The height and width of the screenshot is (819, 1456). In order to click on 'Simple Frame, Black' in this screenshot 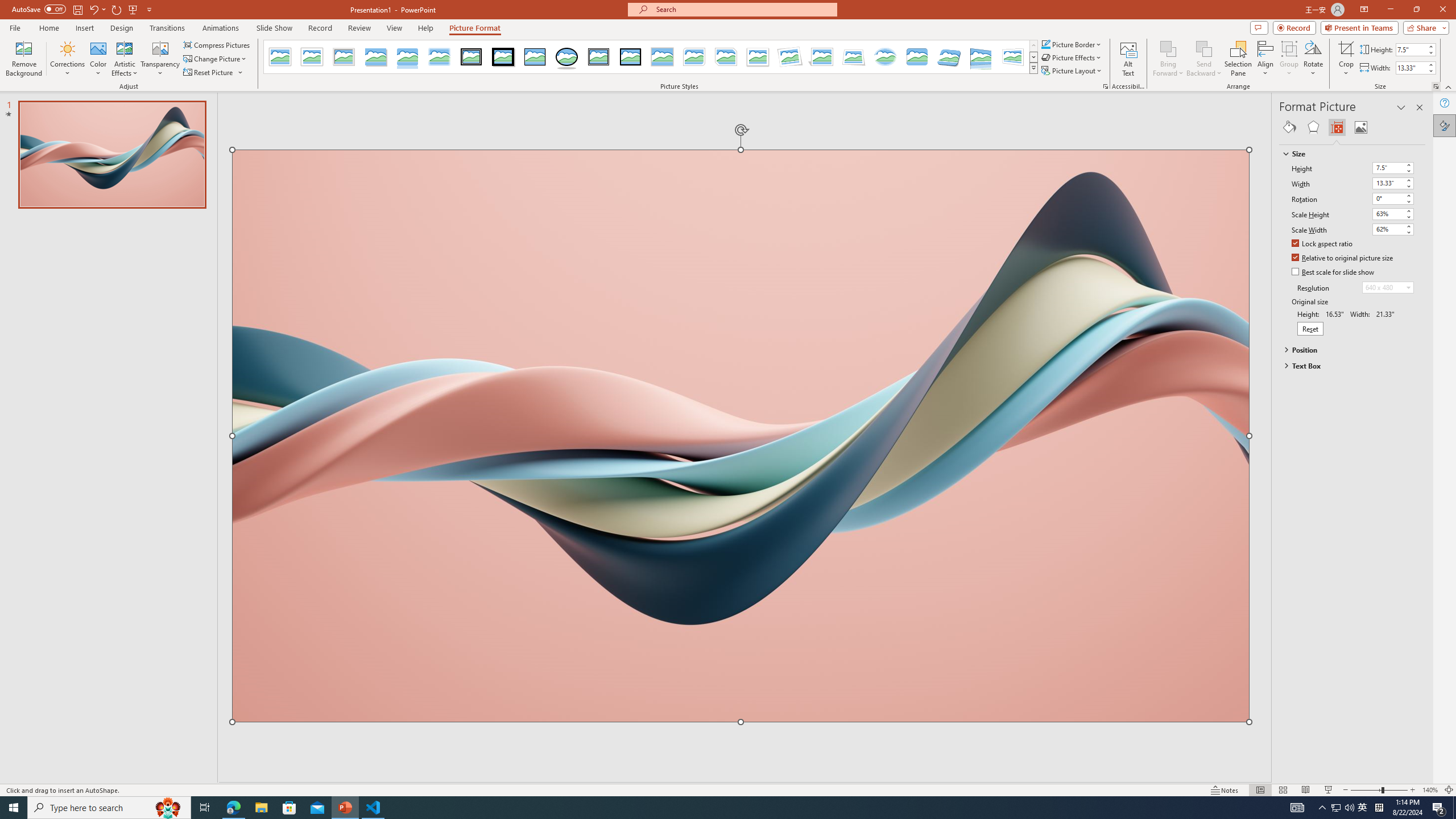, I will do `click(535, 56)`.